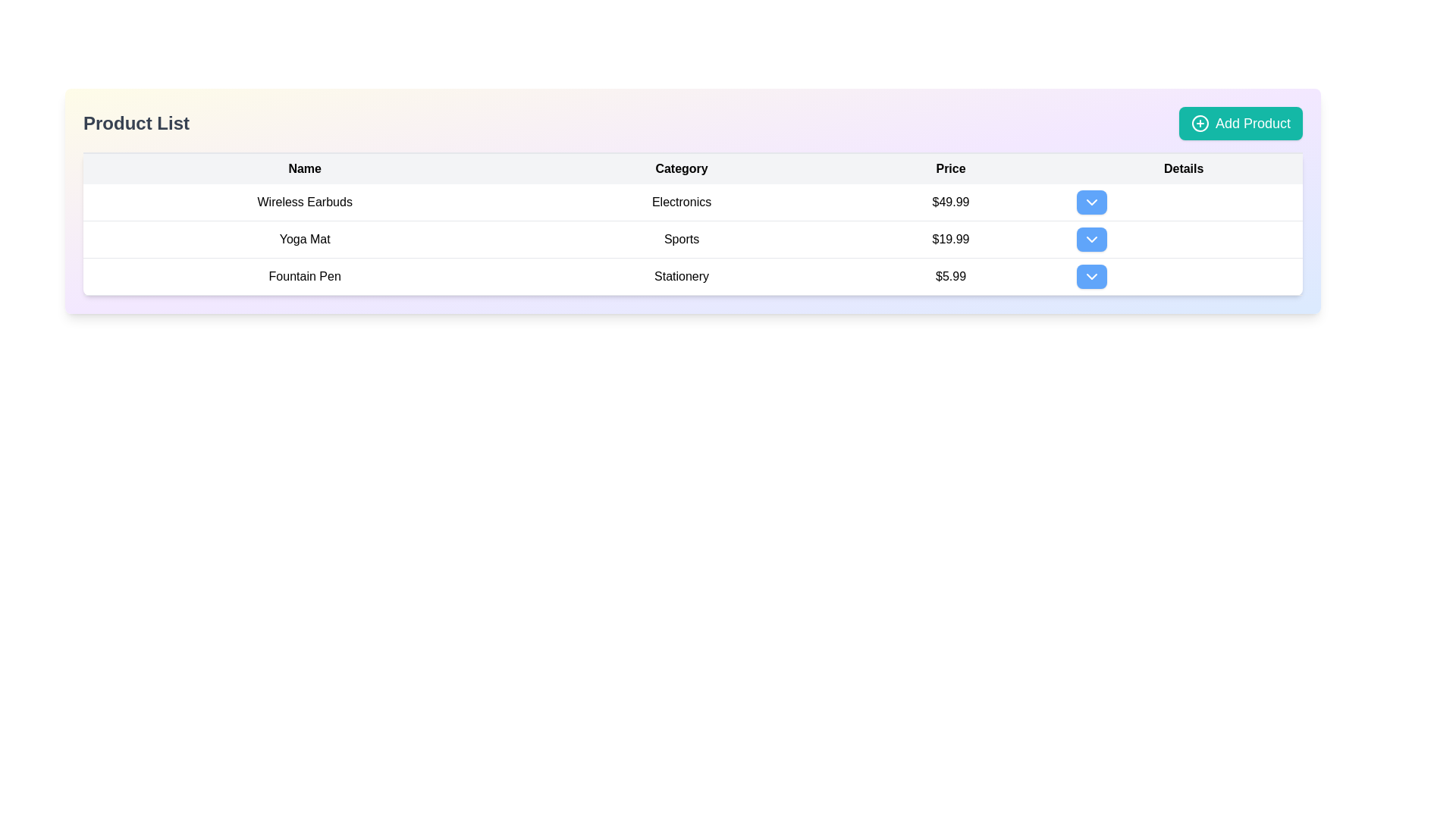 The height and width of the screenshot is (819, 1456). I want to click on the Table Header Cell indicating the data type 'Name', which is the first column of the table, located at the top-left region of the table section, so click(304, 168).